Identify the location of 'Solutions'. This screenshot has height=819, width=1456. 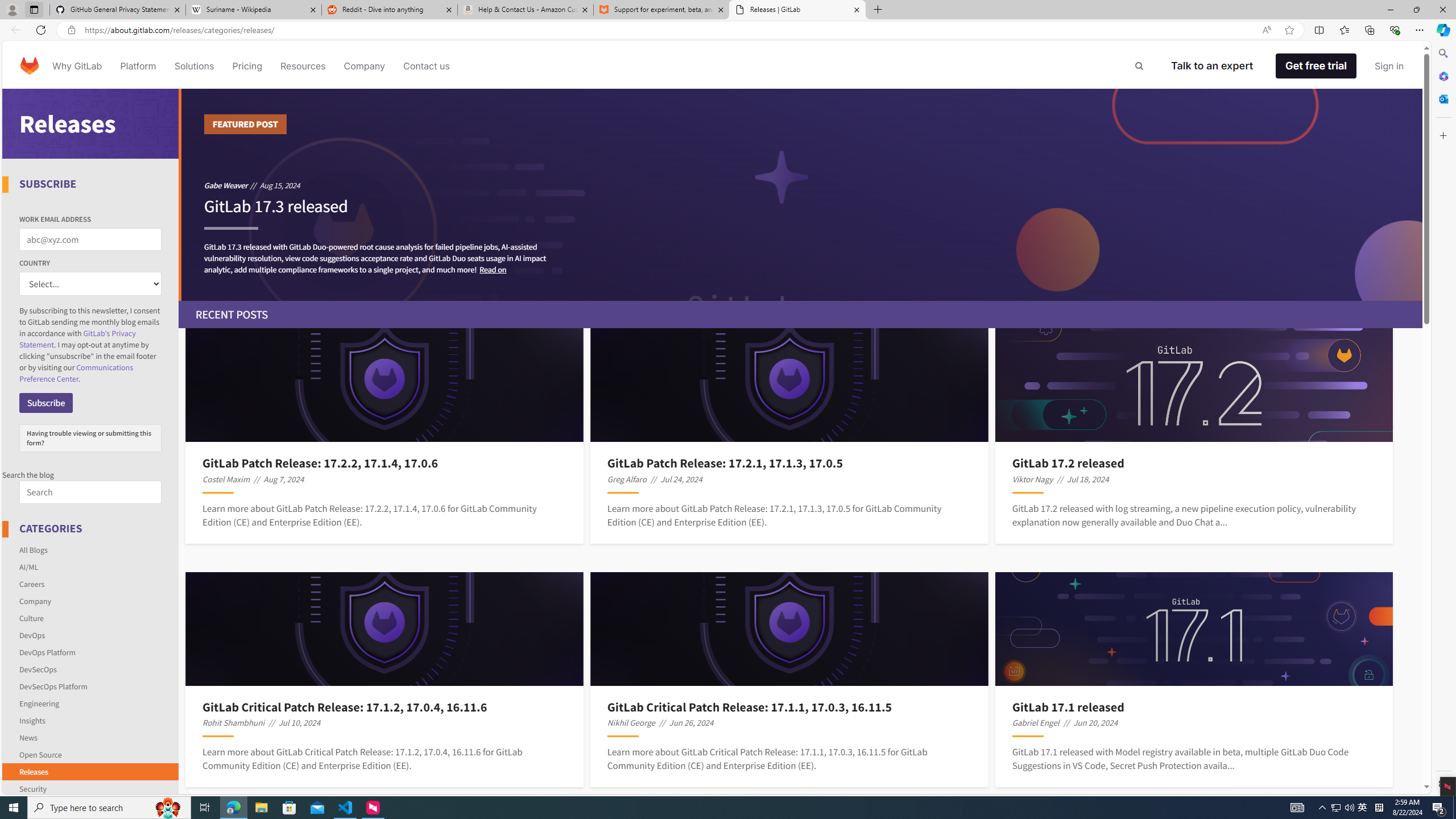
(193, 65).